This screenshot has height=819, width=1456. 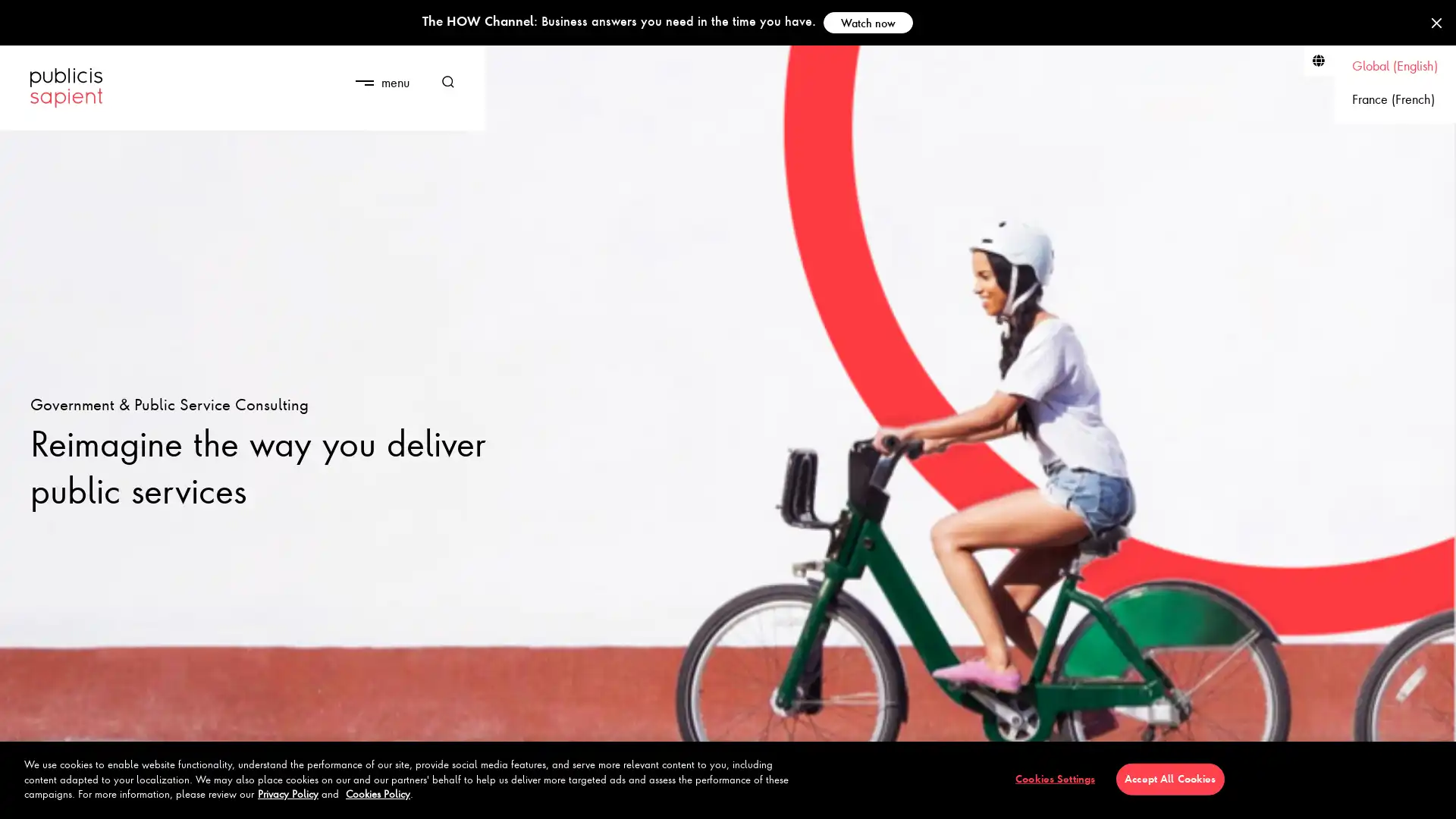 I want to click on Cookies Settings, so click(x=1054, y=778).